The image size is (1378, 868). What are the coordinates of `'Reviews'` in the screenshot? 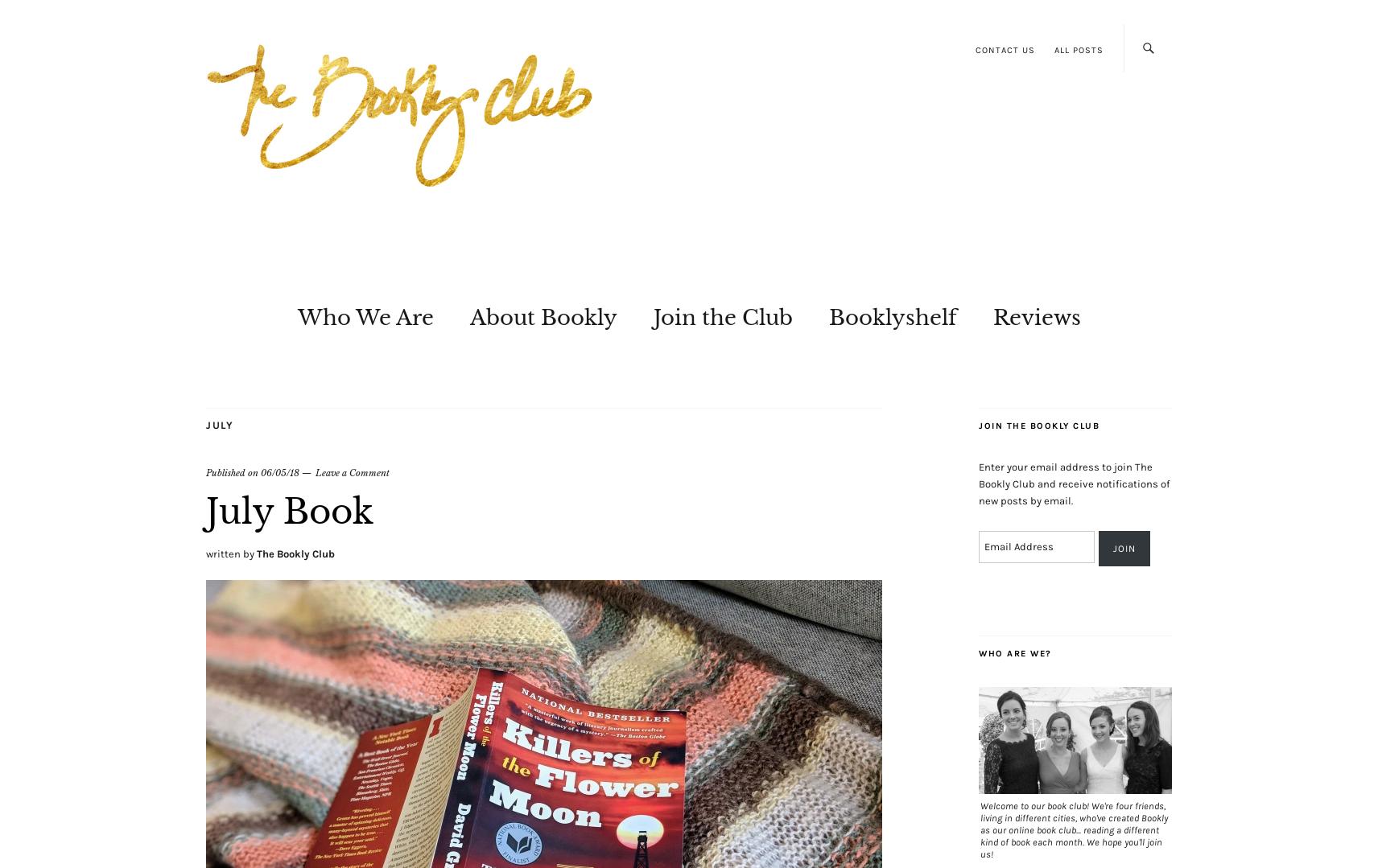 It's located at (1035, 317).